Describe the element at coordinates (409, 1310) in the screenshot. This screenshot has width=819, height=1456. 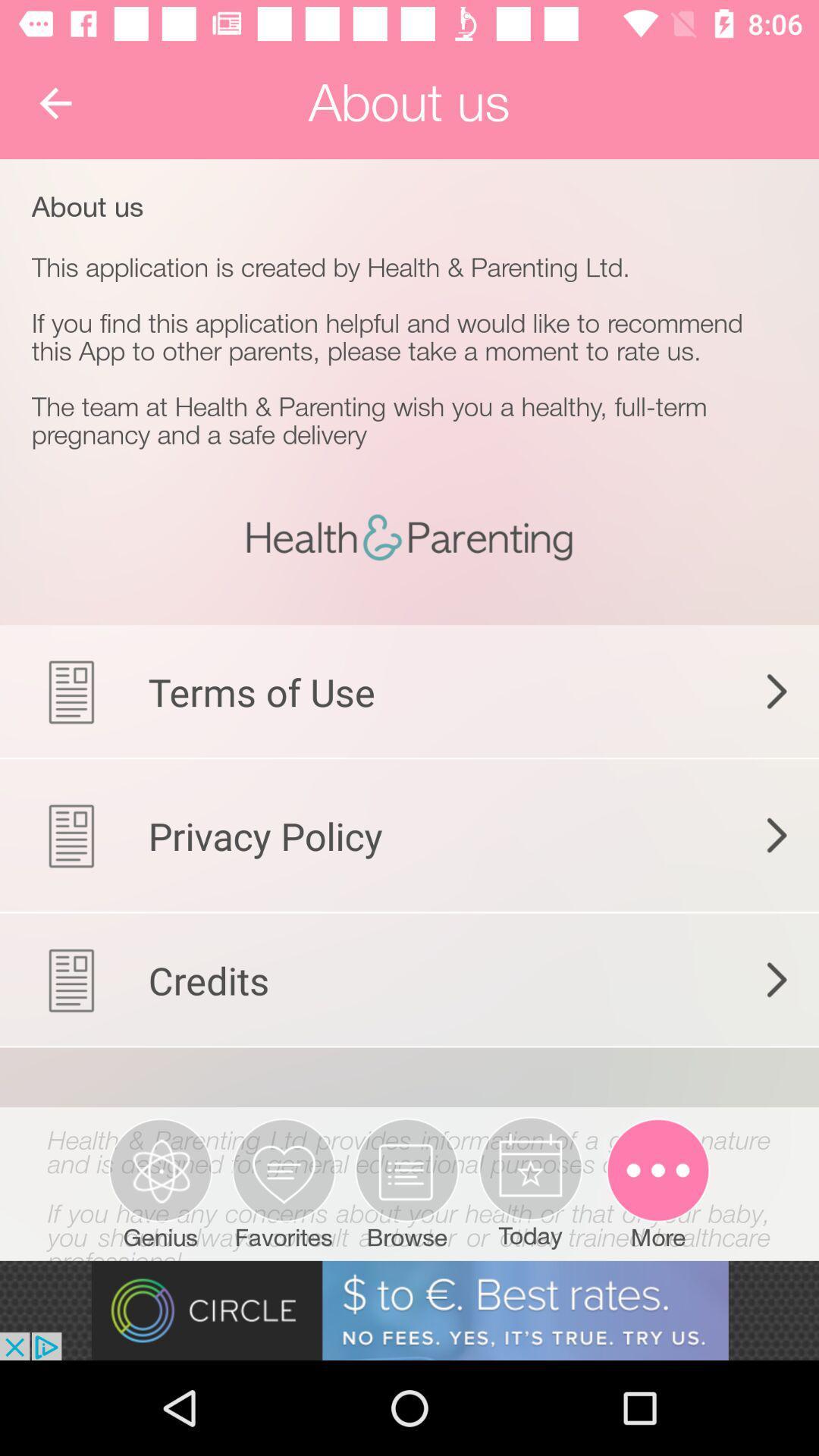
I see `advertisement` at that location.